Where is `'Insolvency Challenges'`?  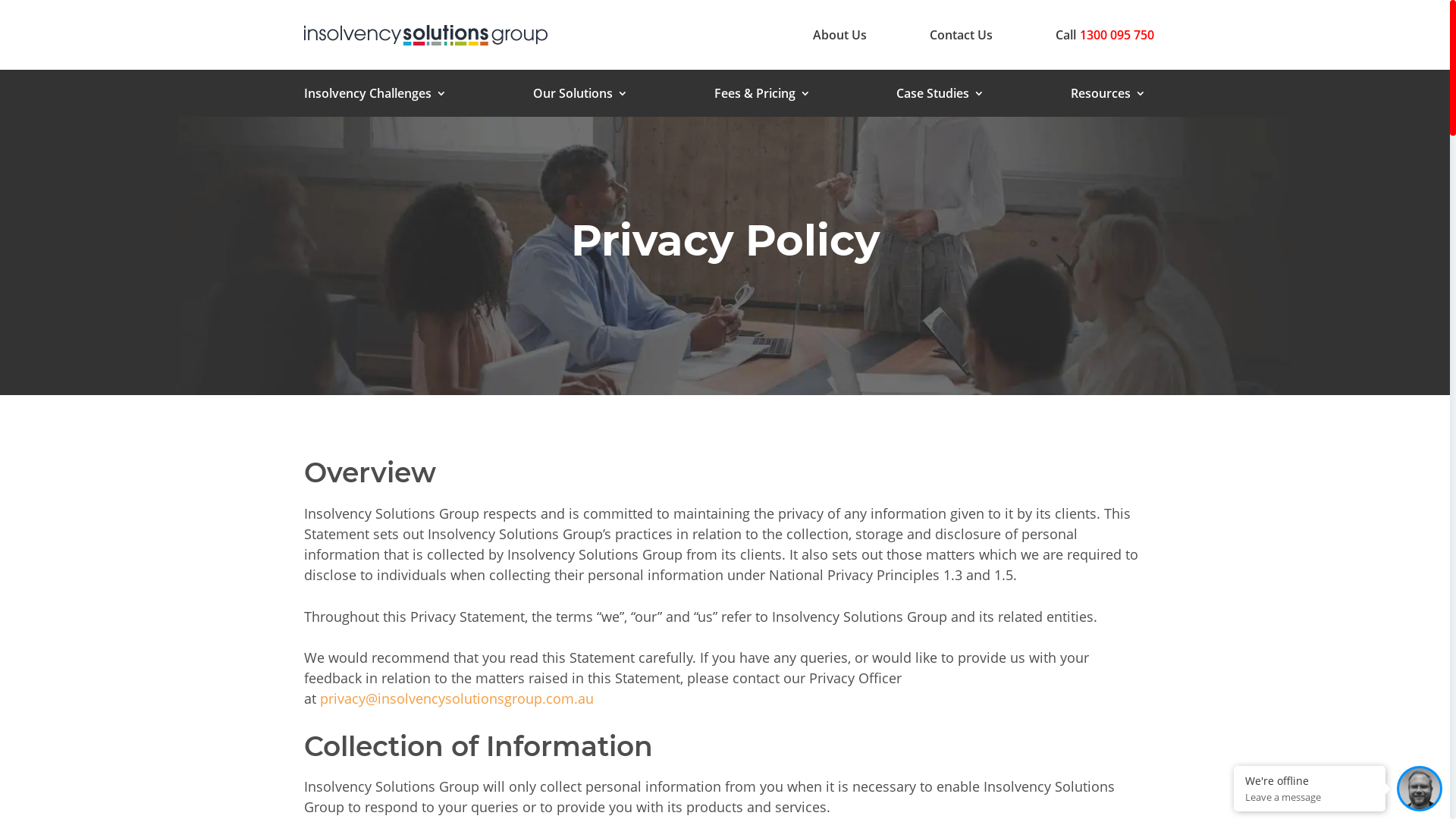 'Insolvency Challenges' is located at coordinates (303, 96).